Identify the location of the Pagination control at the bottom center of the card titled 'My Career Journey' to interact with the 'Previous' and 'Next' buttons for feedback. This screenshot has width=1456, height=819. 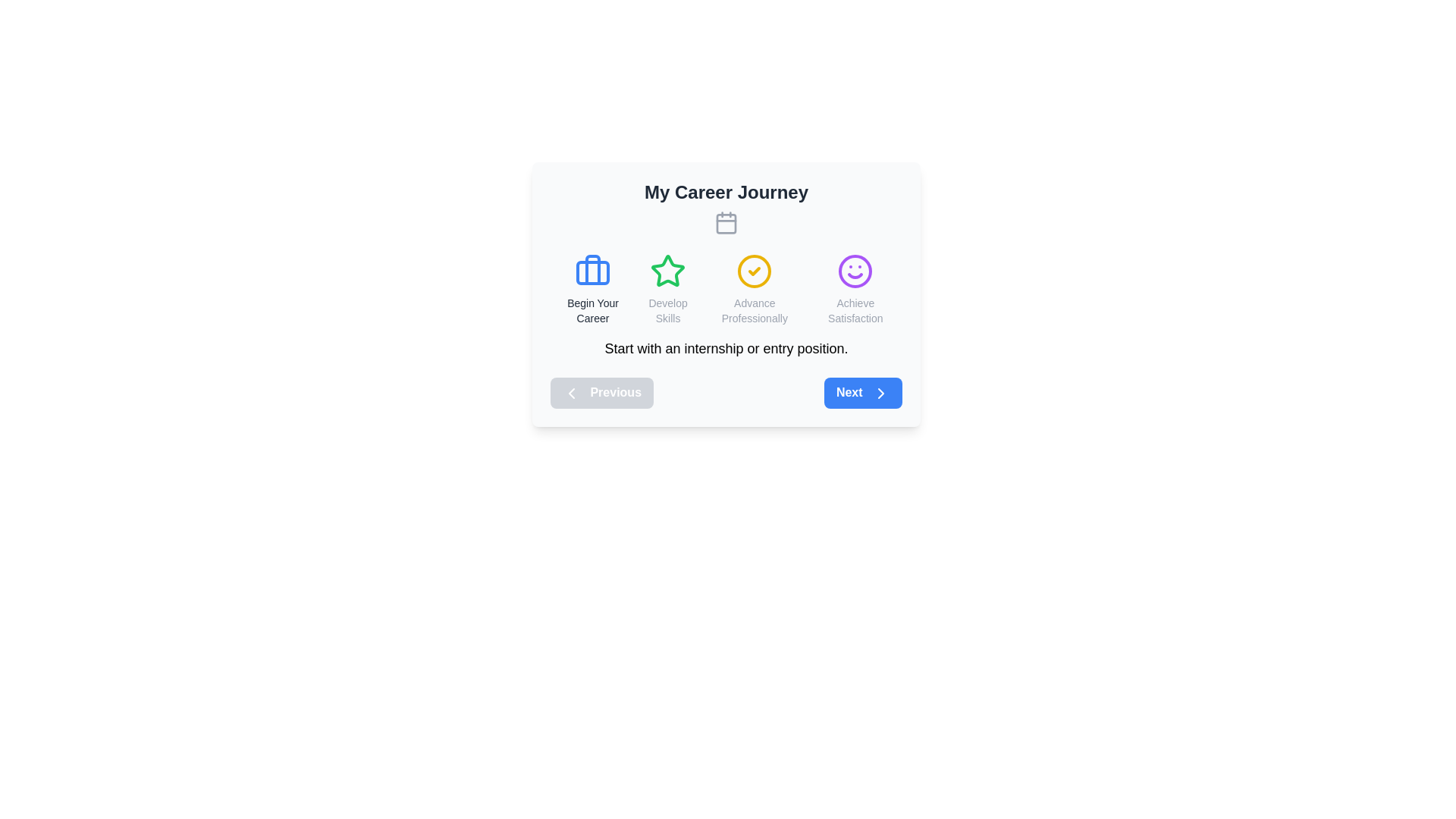
(726, 391).